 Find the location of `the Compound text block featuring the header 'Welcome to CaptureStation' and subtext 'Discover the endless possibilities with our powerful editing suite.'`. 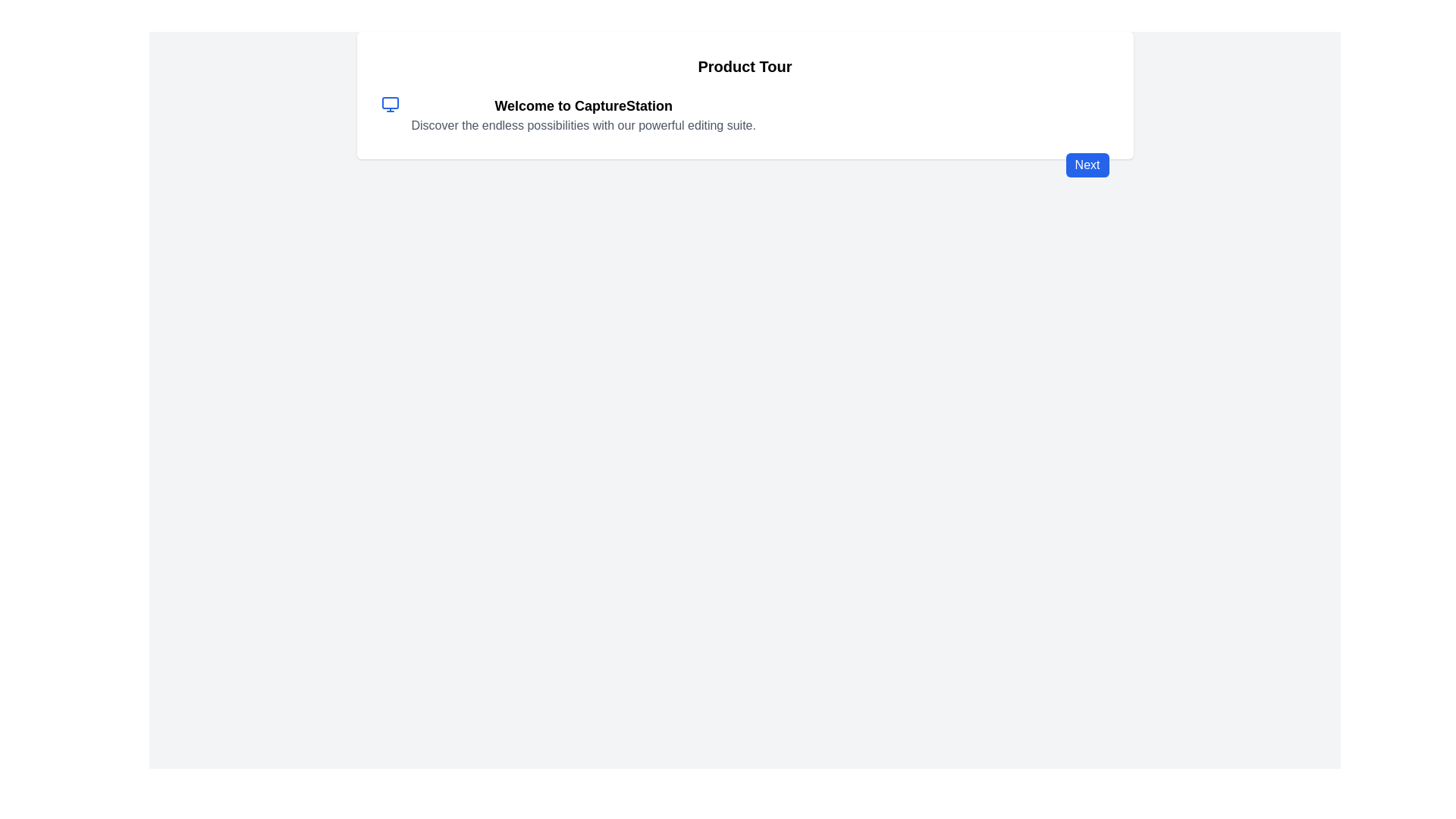

the Compound text block featuring the header 'Welcome to CaptureStation' and subtext 'Discover the endless possibilities with our powerful editing suite.' is located at coordinates (582, 114).